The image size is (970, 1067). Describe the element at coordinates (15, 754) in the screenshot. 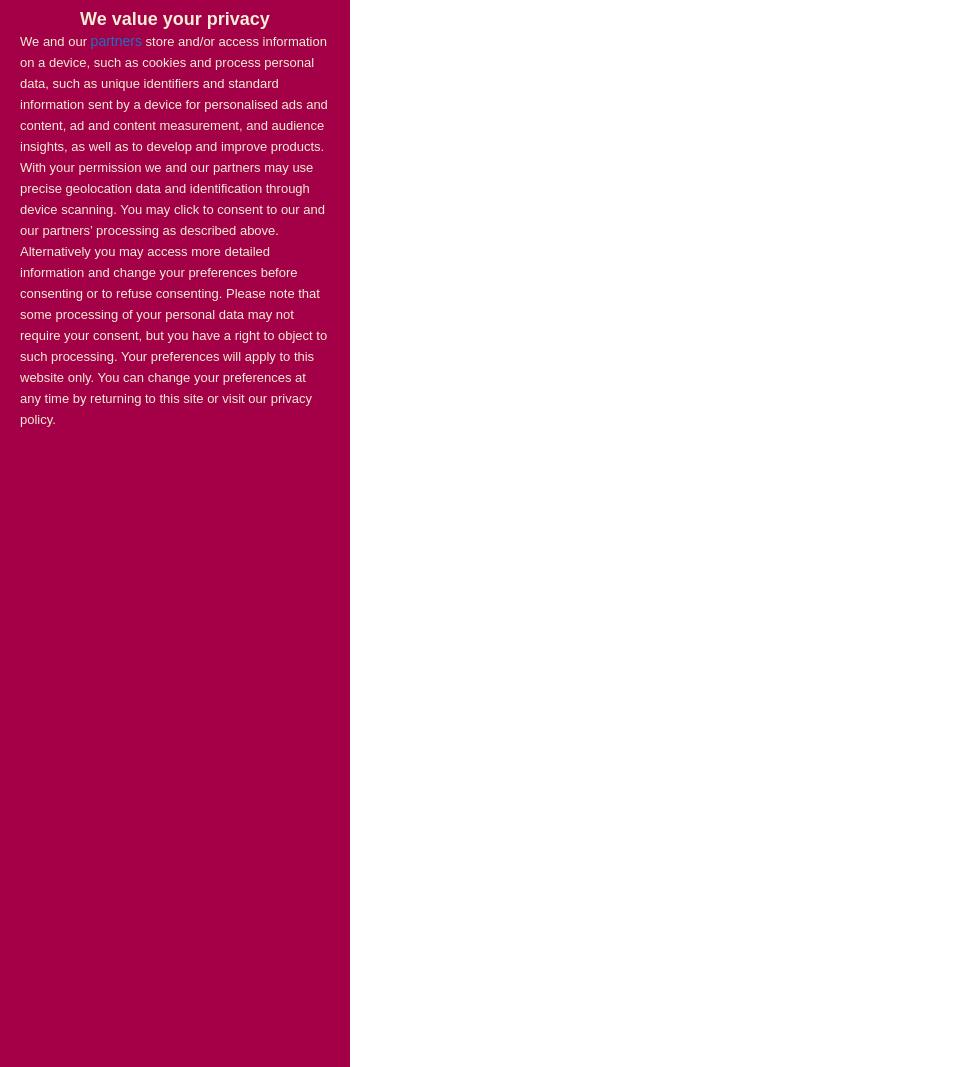

I see `'Communities secretary Sajid Javid'` at that location.